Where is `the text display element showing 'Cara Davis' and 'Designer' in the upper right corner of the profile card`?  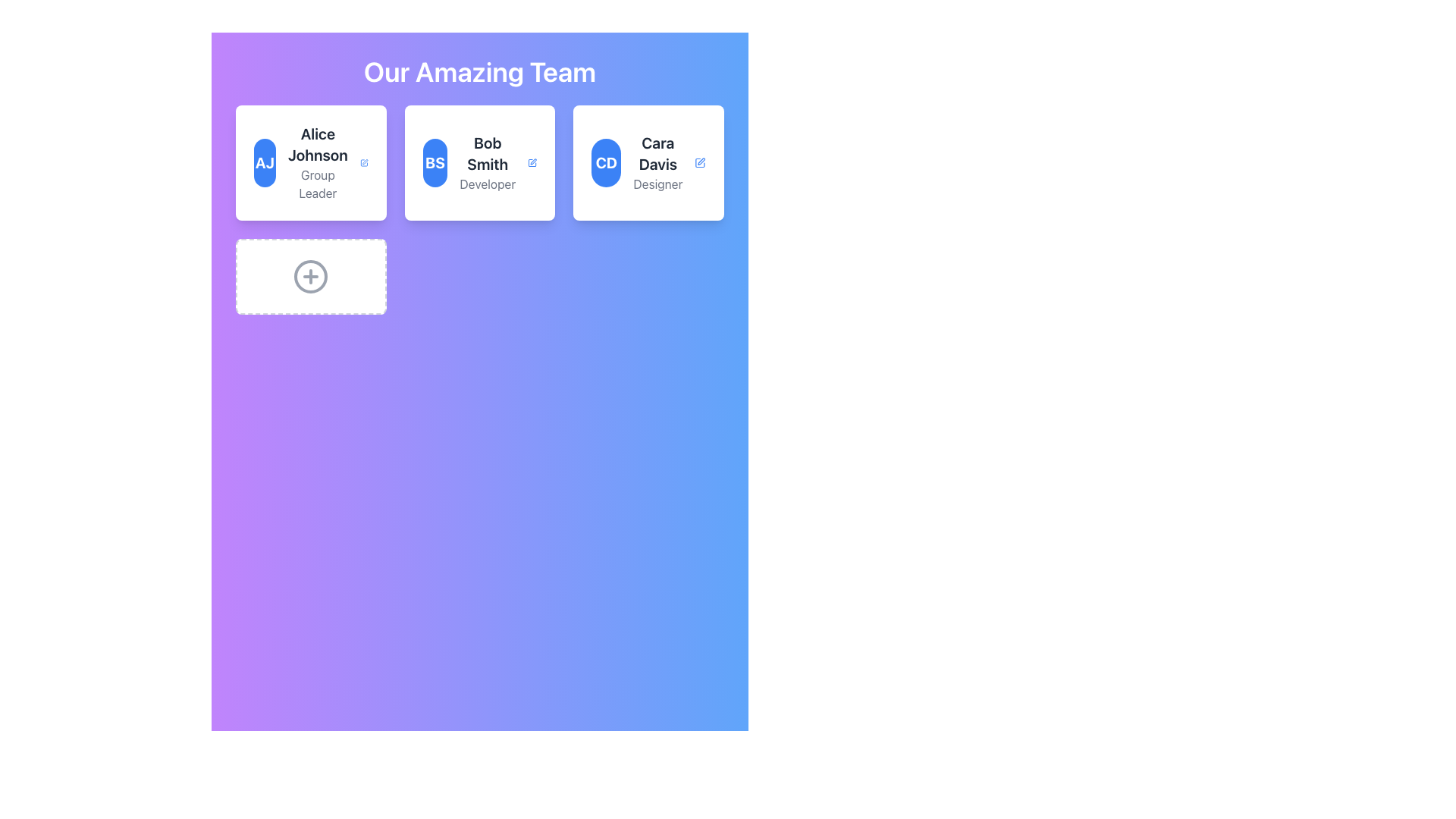 the text display element showing 'Cara Davis' and 'Designer' in the upper right corner of the profile card is located at coordinates (657, 163).